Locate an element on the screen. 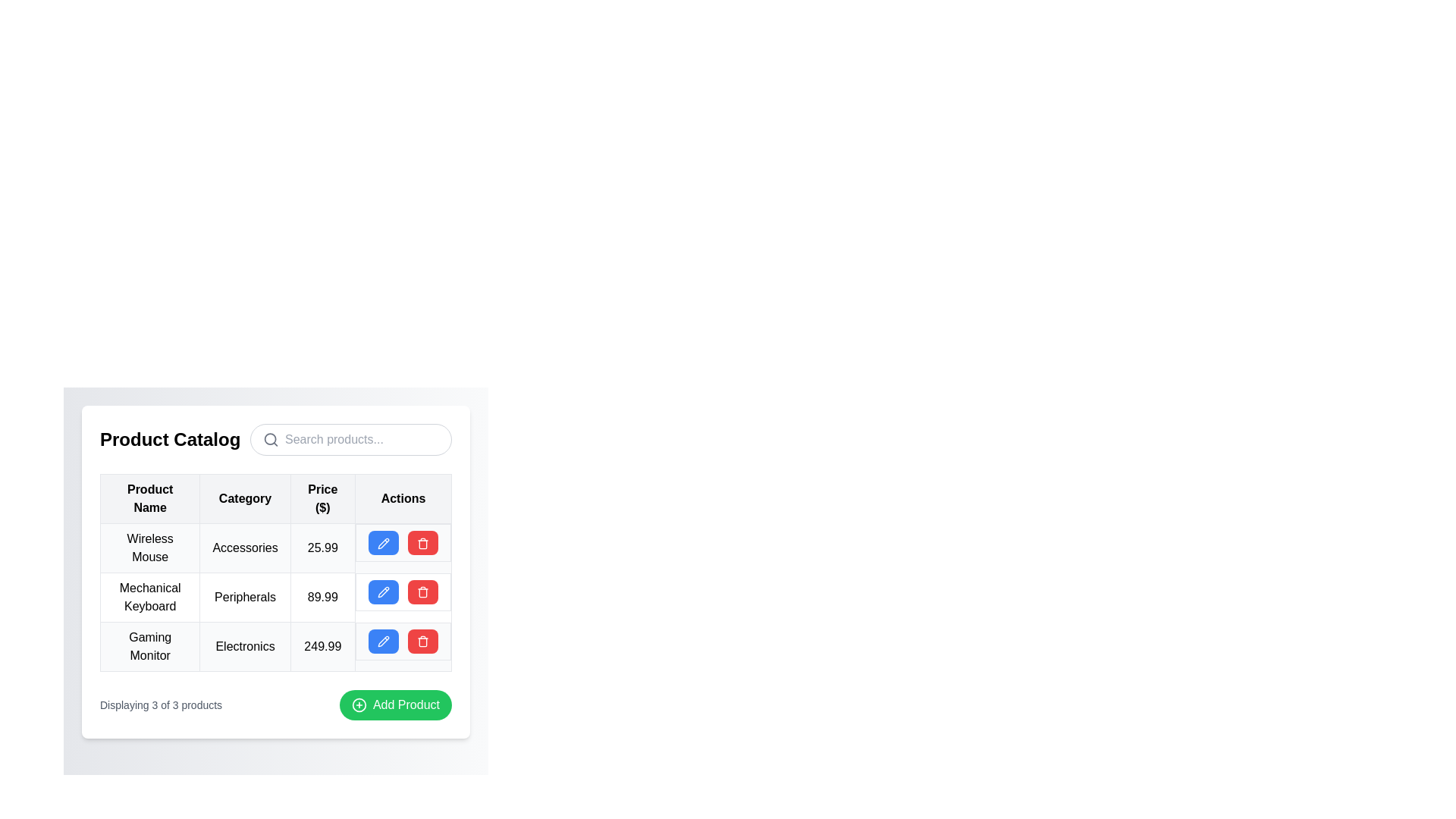  the text label displaying 'Electronics' in the second cell of the 'Category' column of the table is located at coordinates (245, 646).